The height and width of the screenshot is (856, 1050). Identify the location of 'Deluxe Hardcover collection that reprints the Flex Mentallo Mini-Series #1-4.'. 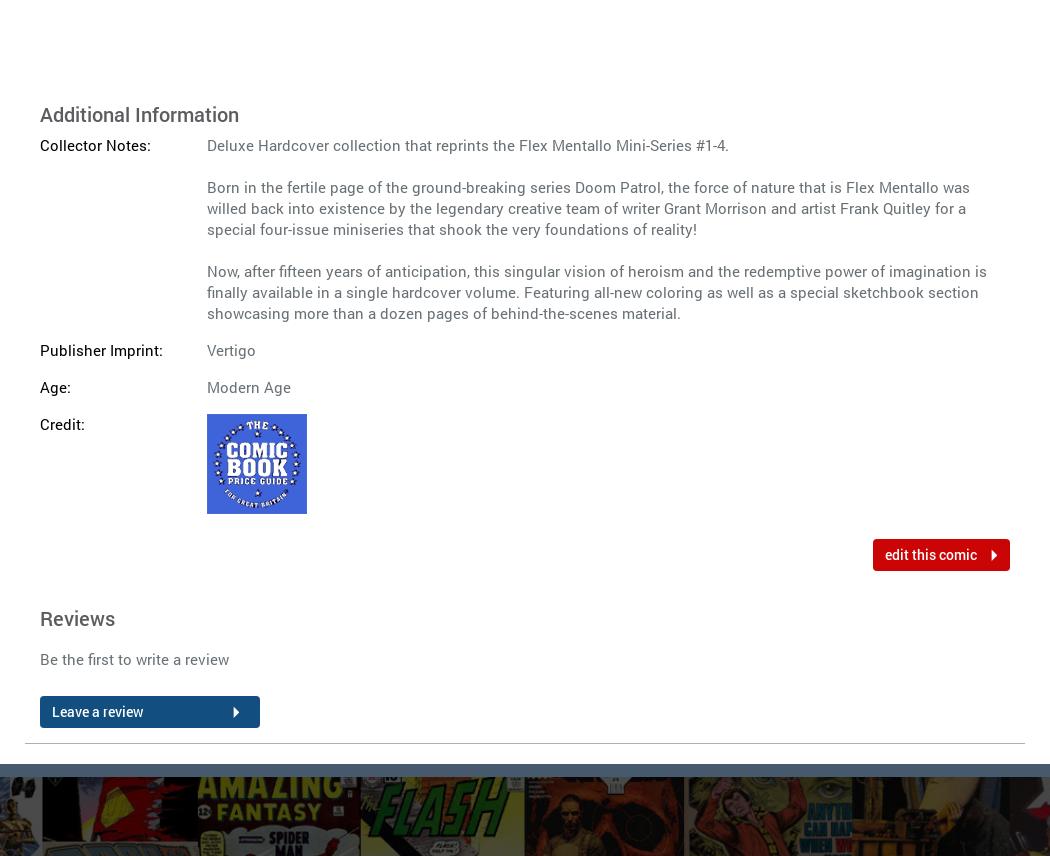
(467, 145).